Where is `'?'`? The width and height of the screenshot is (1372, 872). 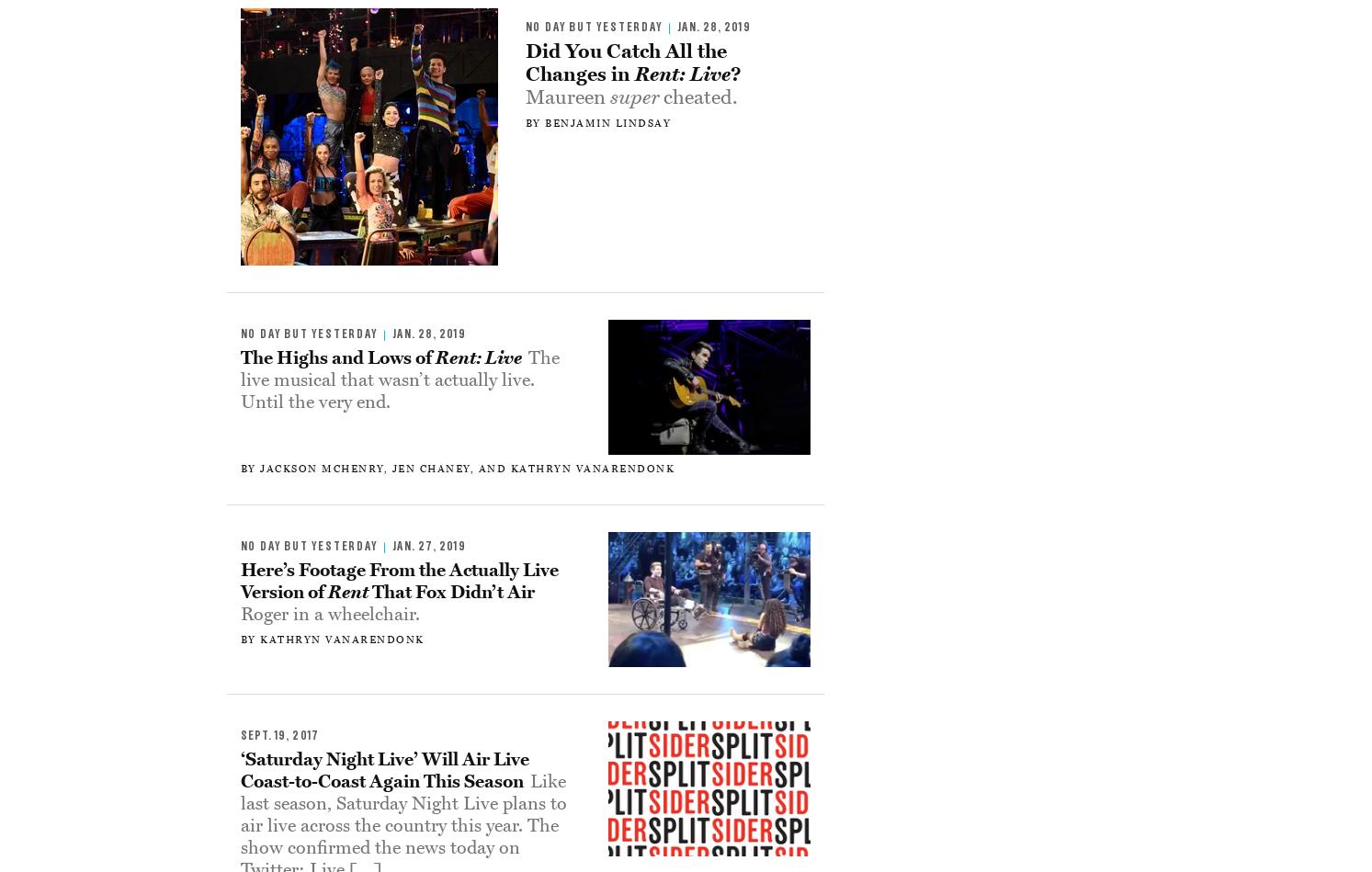 '?' is located at coordinates (734, 74).